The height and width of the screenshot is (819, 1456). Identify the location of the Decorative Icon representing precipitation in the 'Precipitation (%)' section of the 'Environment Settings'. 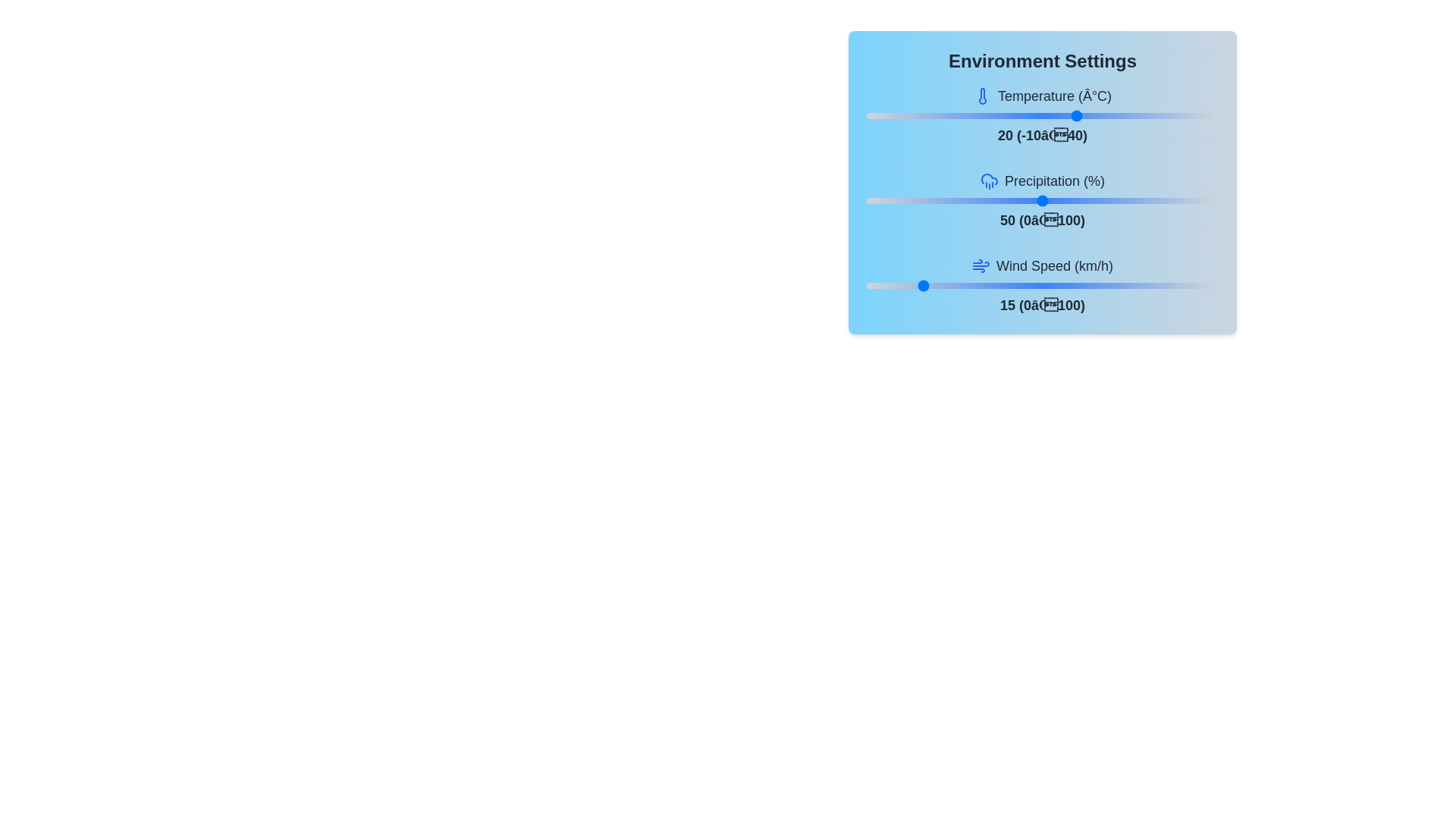
(990, 180).